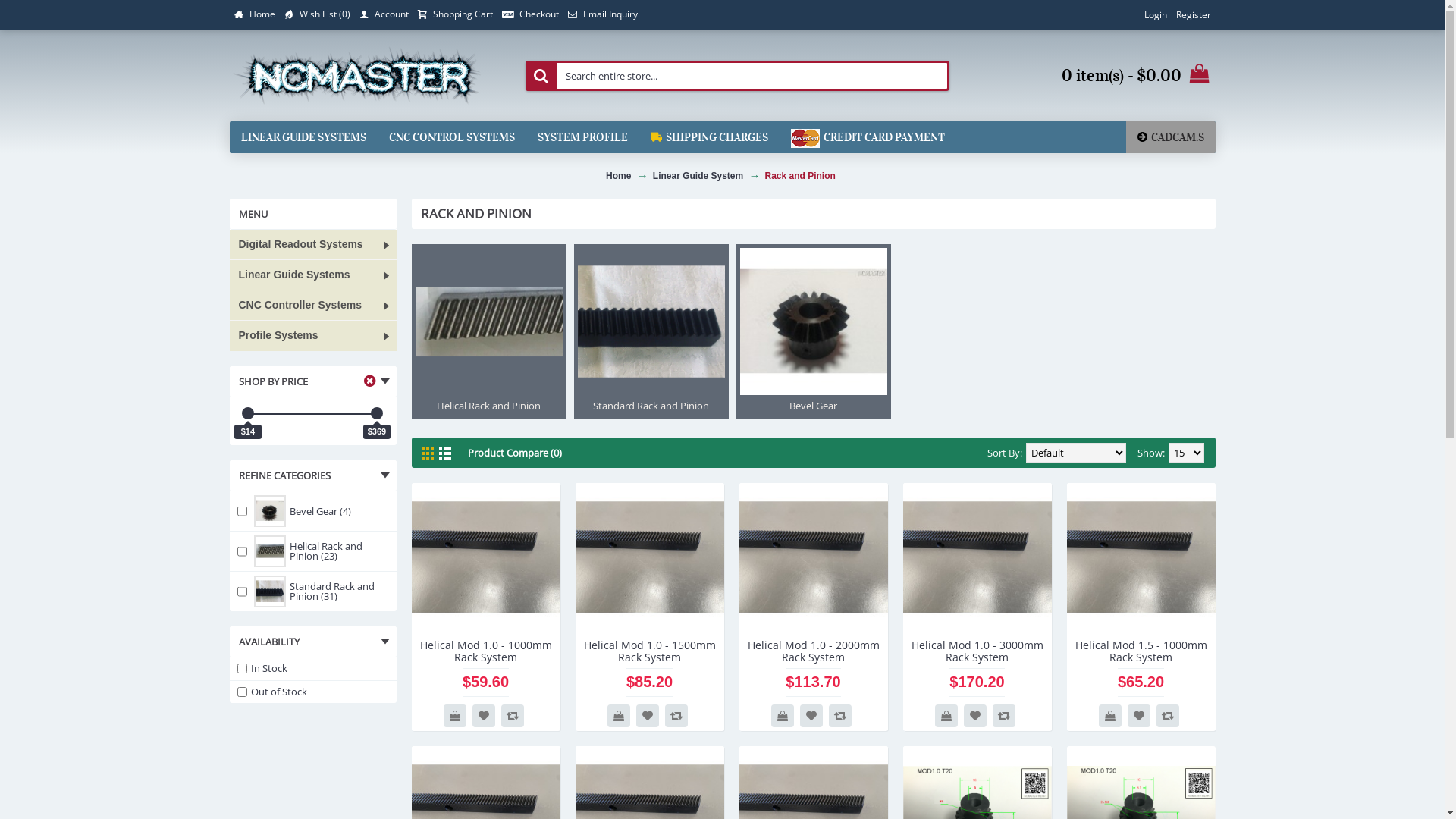 The height and width of the screenshot is (819, 1456). What do you see at coordinates (356, 76) in the screenshot?
I see `'NCMaster Industries'` at bounding box center [356, 76].